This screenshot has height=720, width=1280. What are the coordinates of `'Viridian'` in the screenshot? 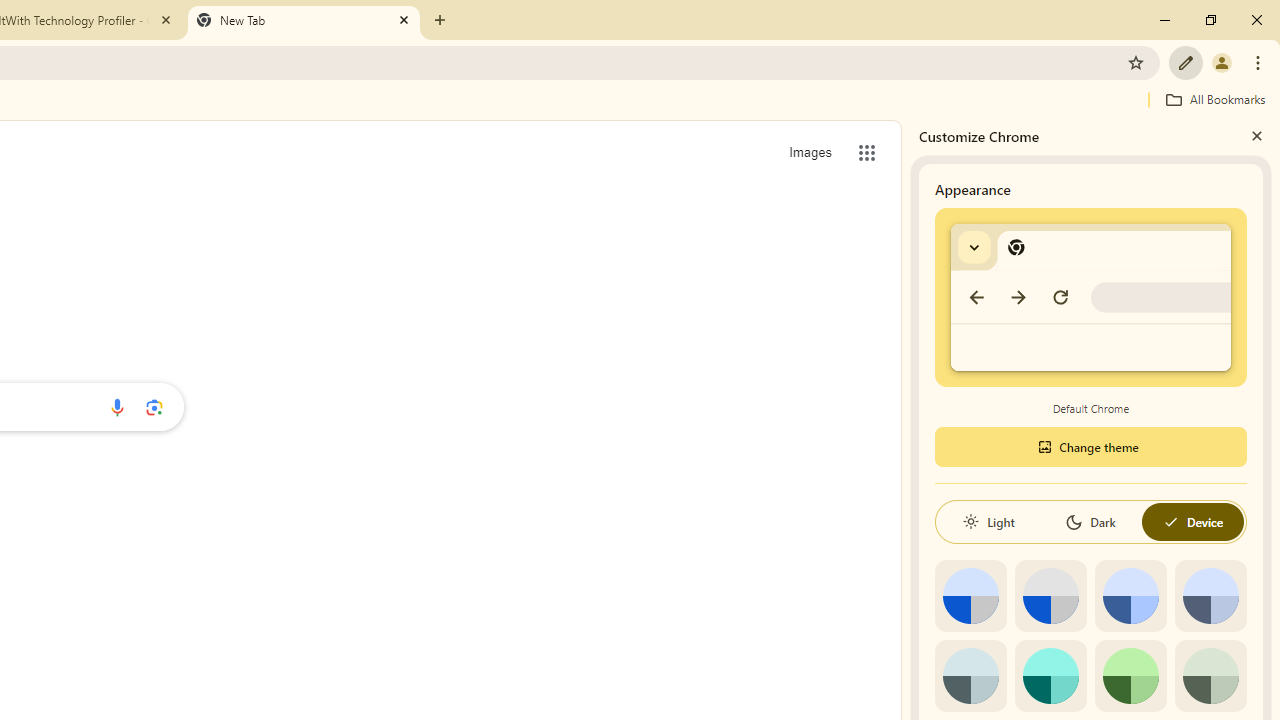 It's located at (1209, 675).